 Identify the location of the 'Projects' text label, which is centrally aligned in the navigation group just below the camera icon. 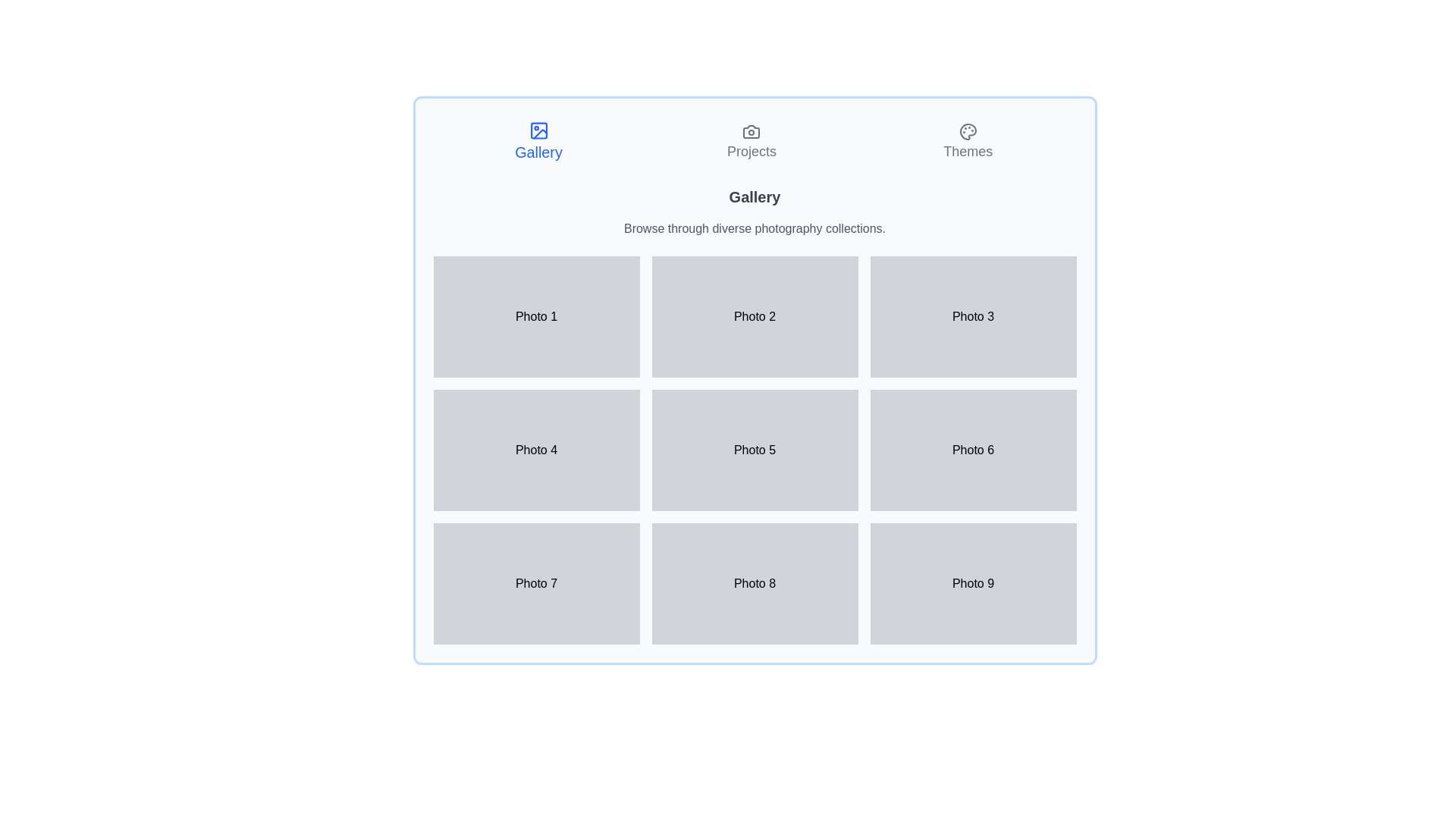
(752, 152).